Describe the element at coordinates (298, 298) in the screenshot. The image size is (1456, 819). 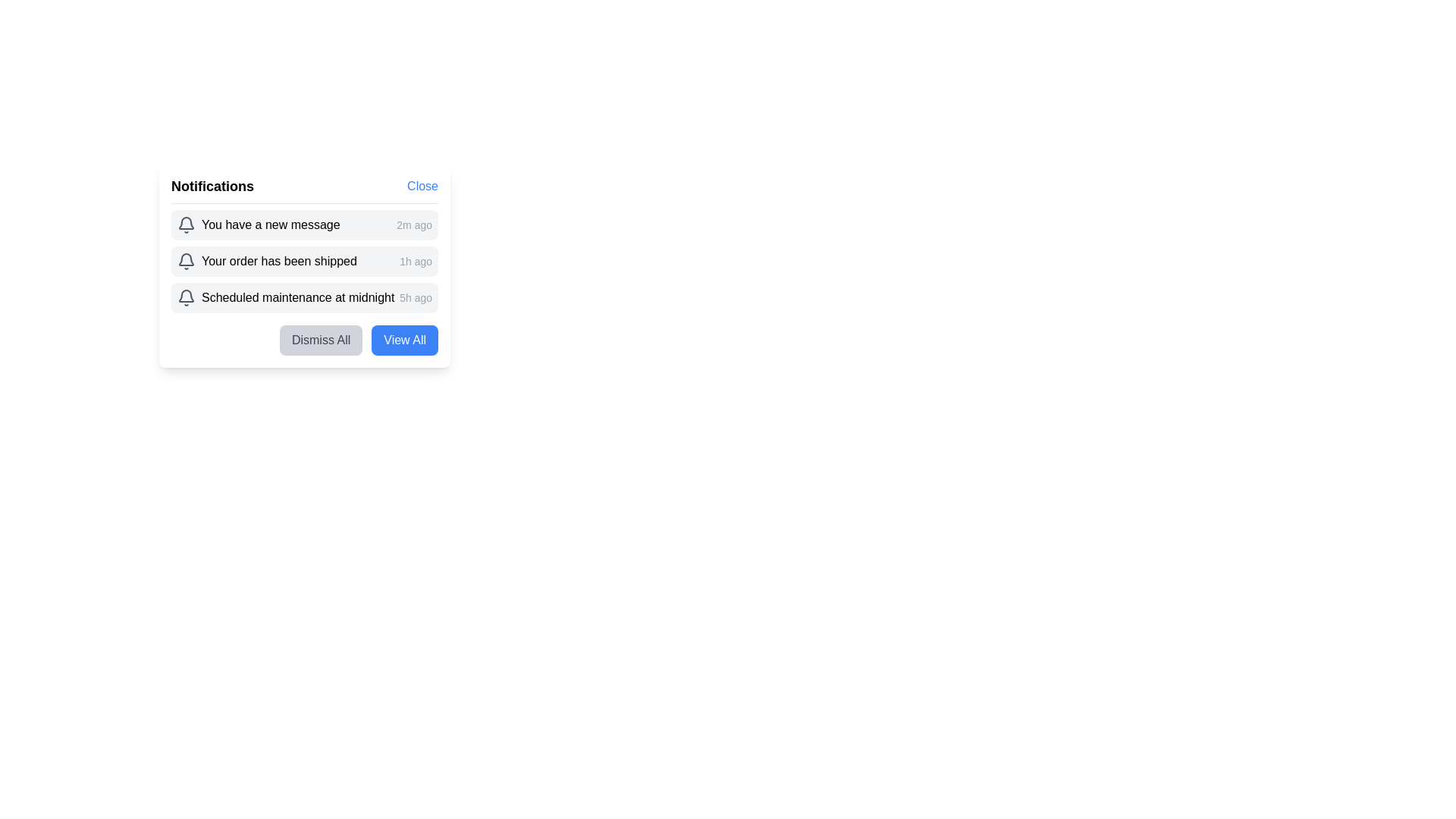
I see `the text element that provides information about a scheduled maintenance event, which is the third entry in the notifications list` at that location.